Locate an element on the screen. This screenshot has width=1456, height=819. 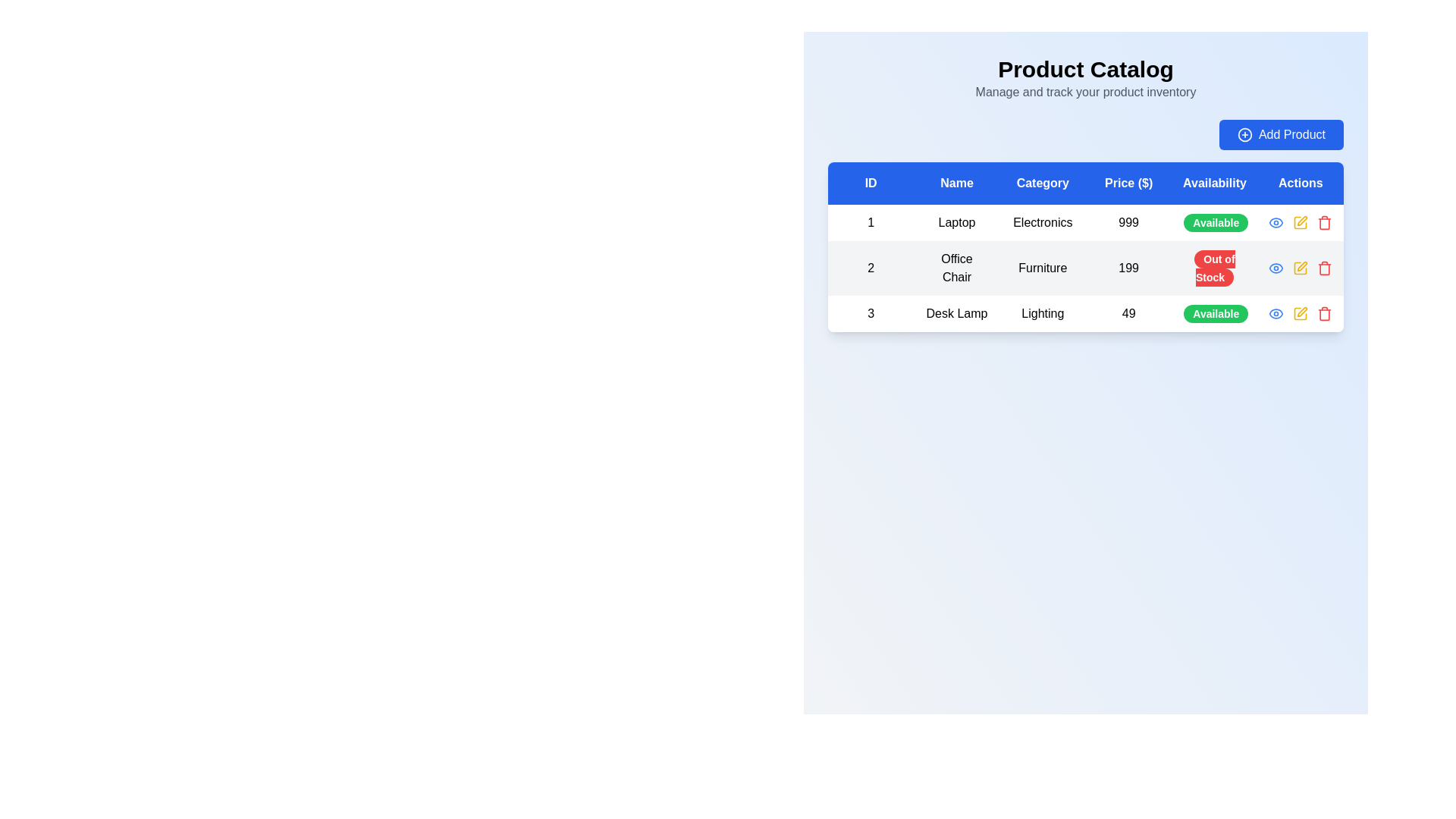
the 'Edit' icon button for the product 'Office Chair' located in the rightmost column of the table is located at coordinates (1301, 265).